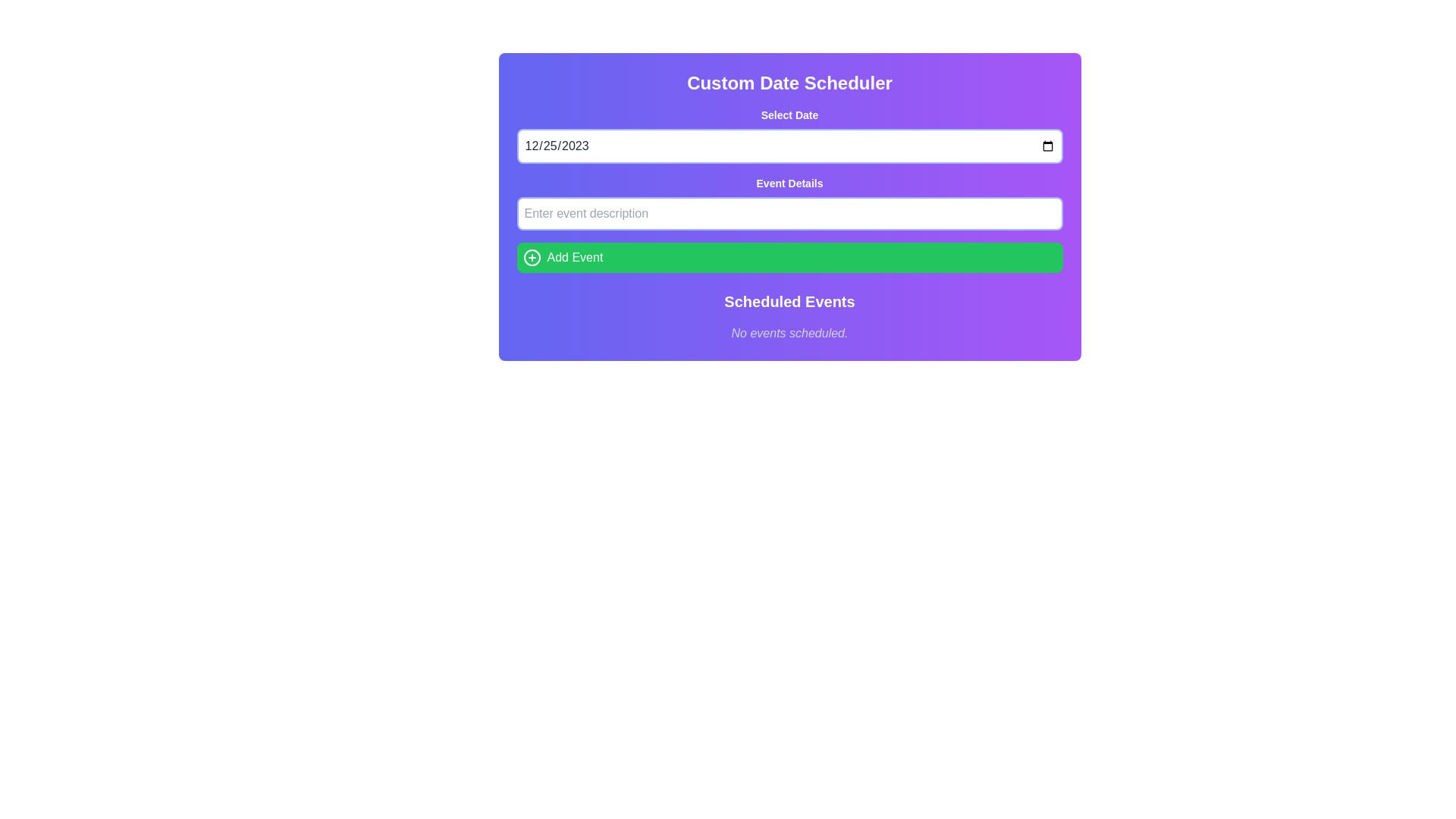 The image size is (1456, 819). I want to click on the 'Event Details' text label, which is a bold, centrally aligned label with white font color on a purple gradient background, so click(789, 183).